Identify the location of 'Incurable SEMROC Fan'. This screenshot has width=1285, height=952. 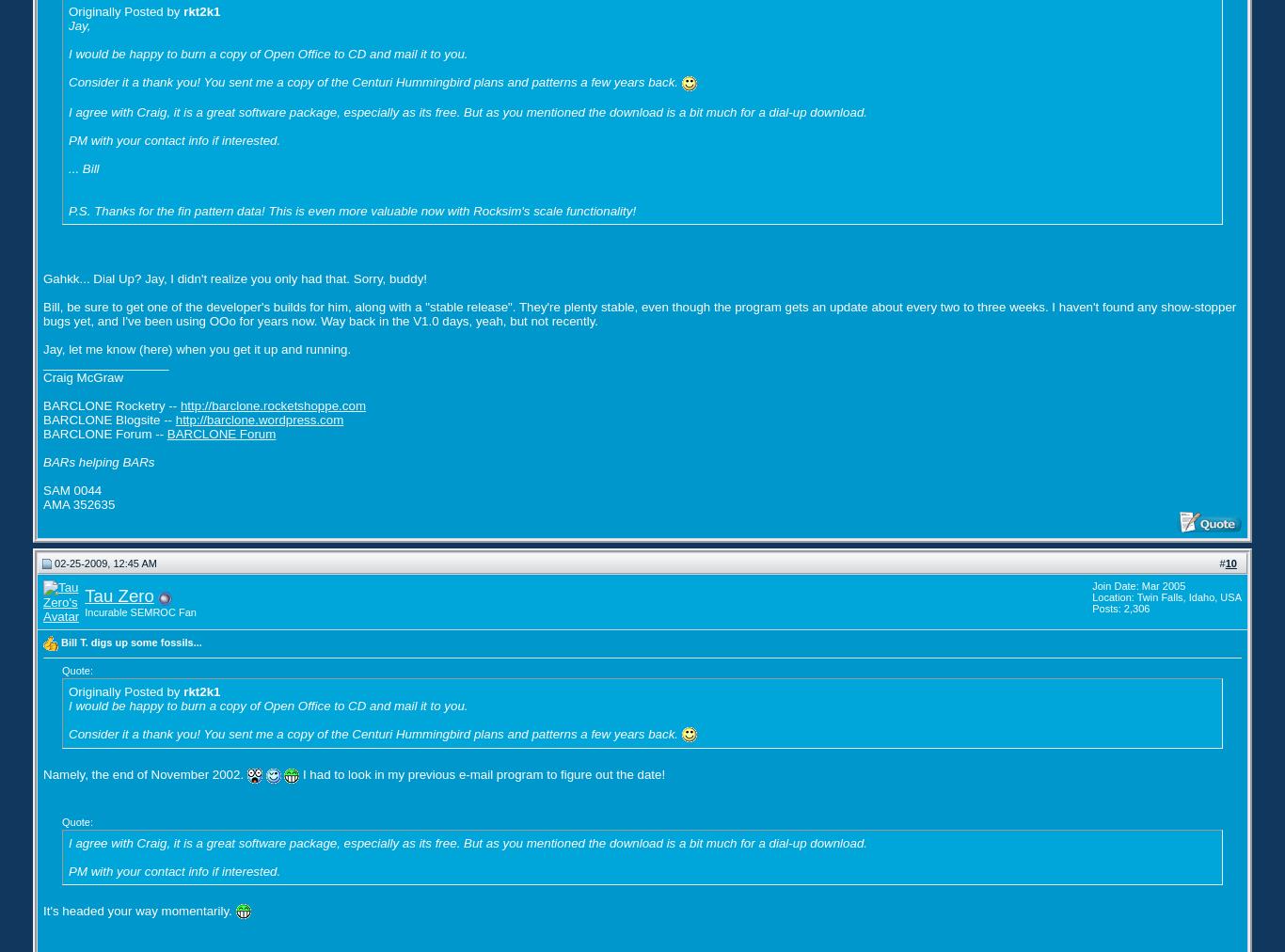
(139, 612).